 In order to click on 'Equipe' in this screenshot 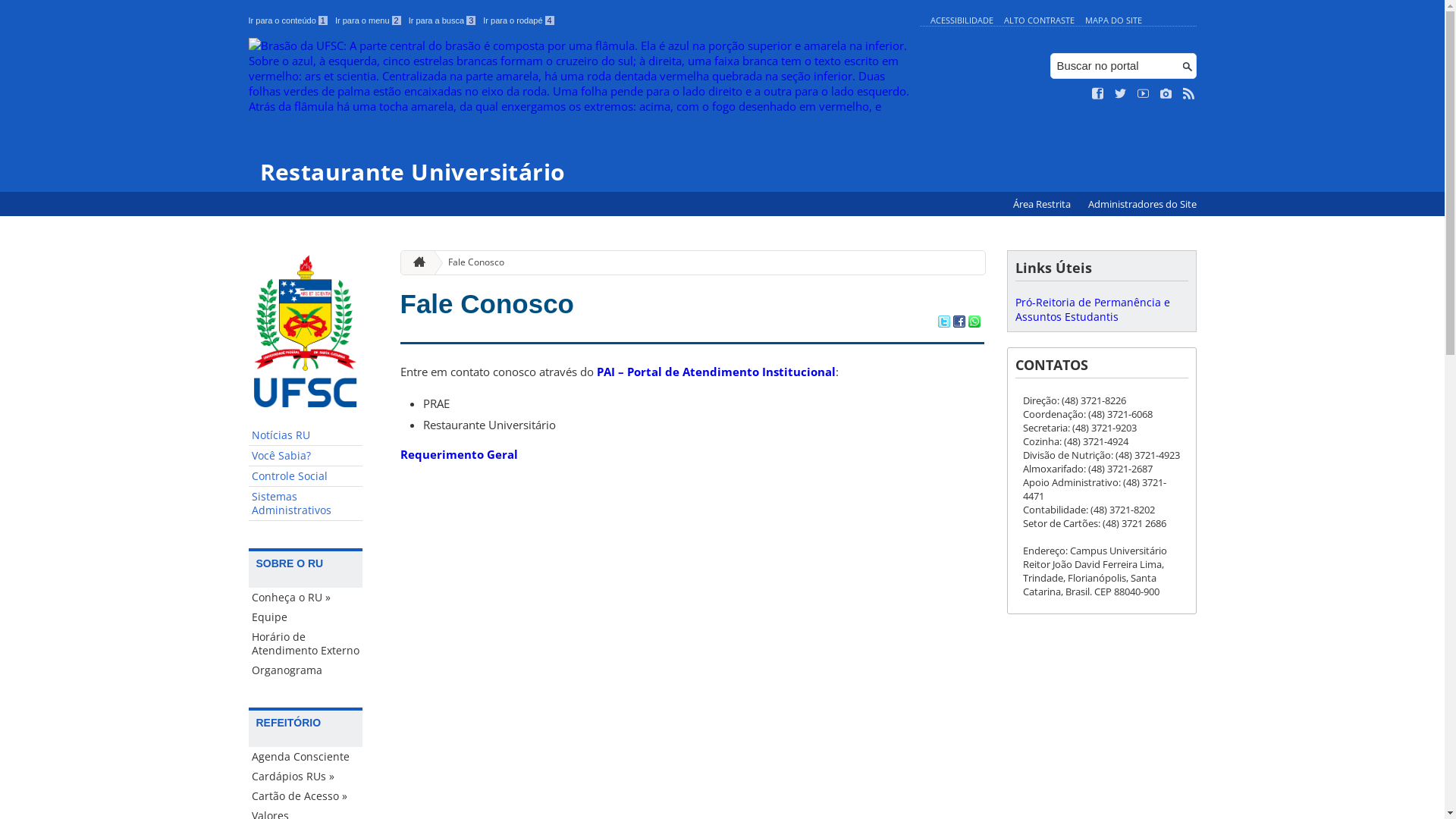, I will do `click(248, 617)`.